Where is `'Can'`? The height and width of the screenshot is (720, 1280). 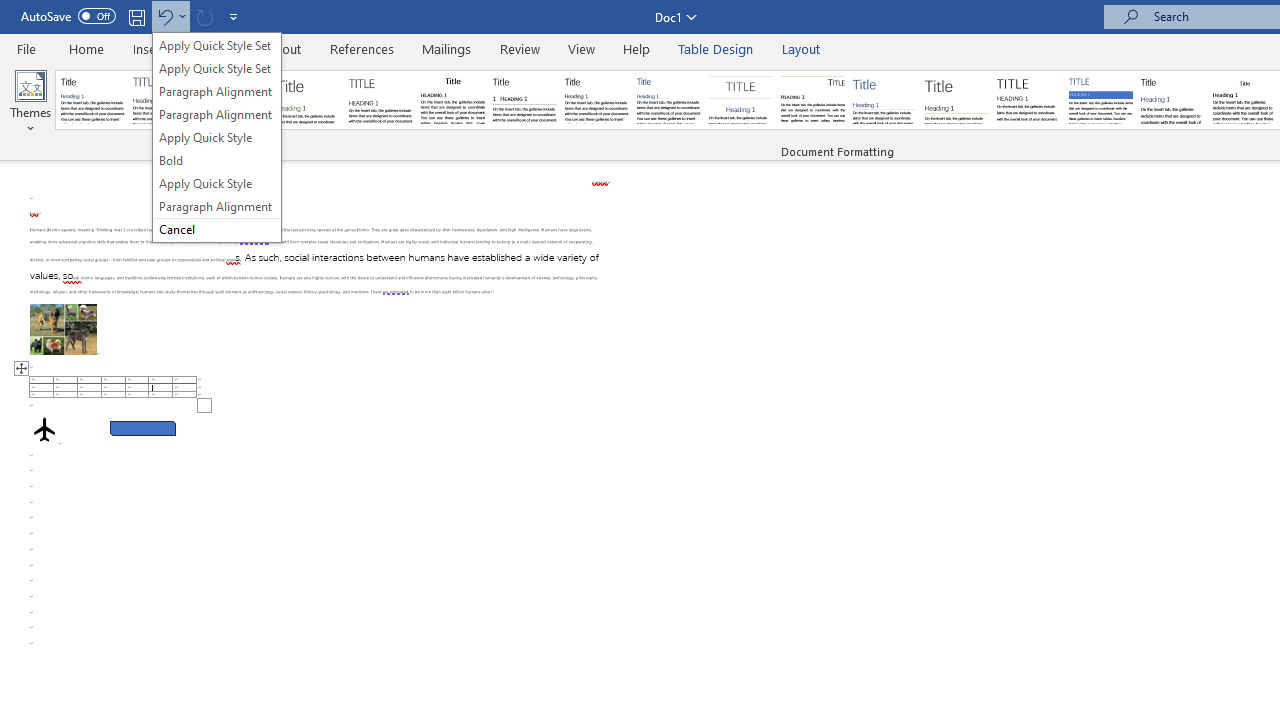 'Can' is located at coordinates (204, 16).